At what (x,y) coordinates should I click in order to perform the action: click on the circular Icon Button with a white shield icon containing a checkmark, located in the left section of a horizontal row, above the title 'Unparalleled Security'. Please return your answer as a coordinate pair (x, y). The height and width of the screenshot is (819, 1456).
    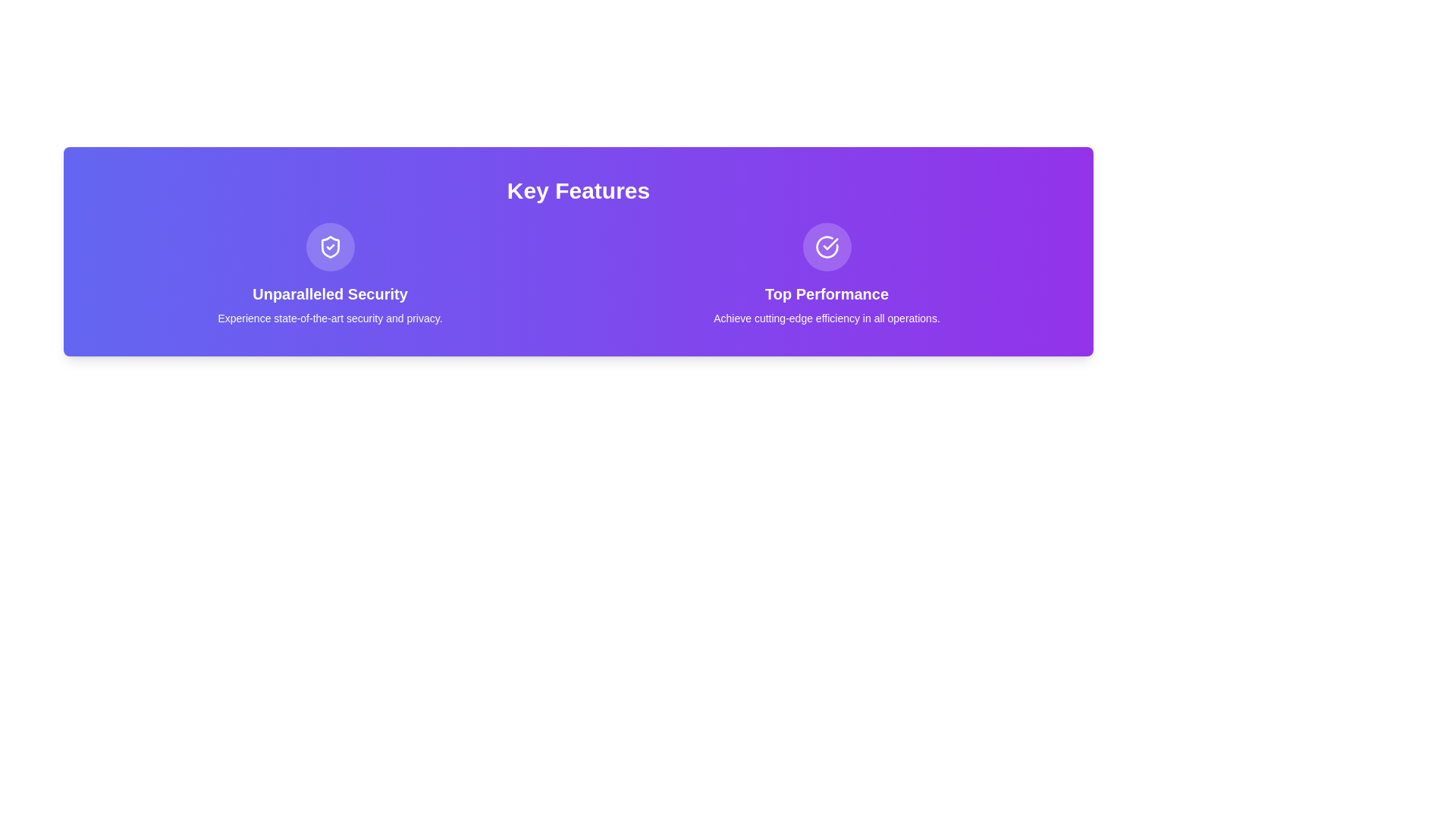
    Looking at the image, I should click on (329, 246).